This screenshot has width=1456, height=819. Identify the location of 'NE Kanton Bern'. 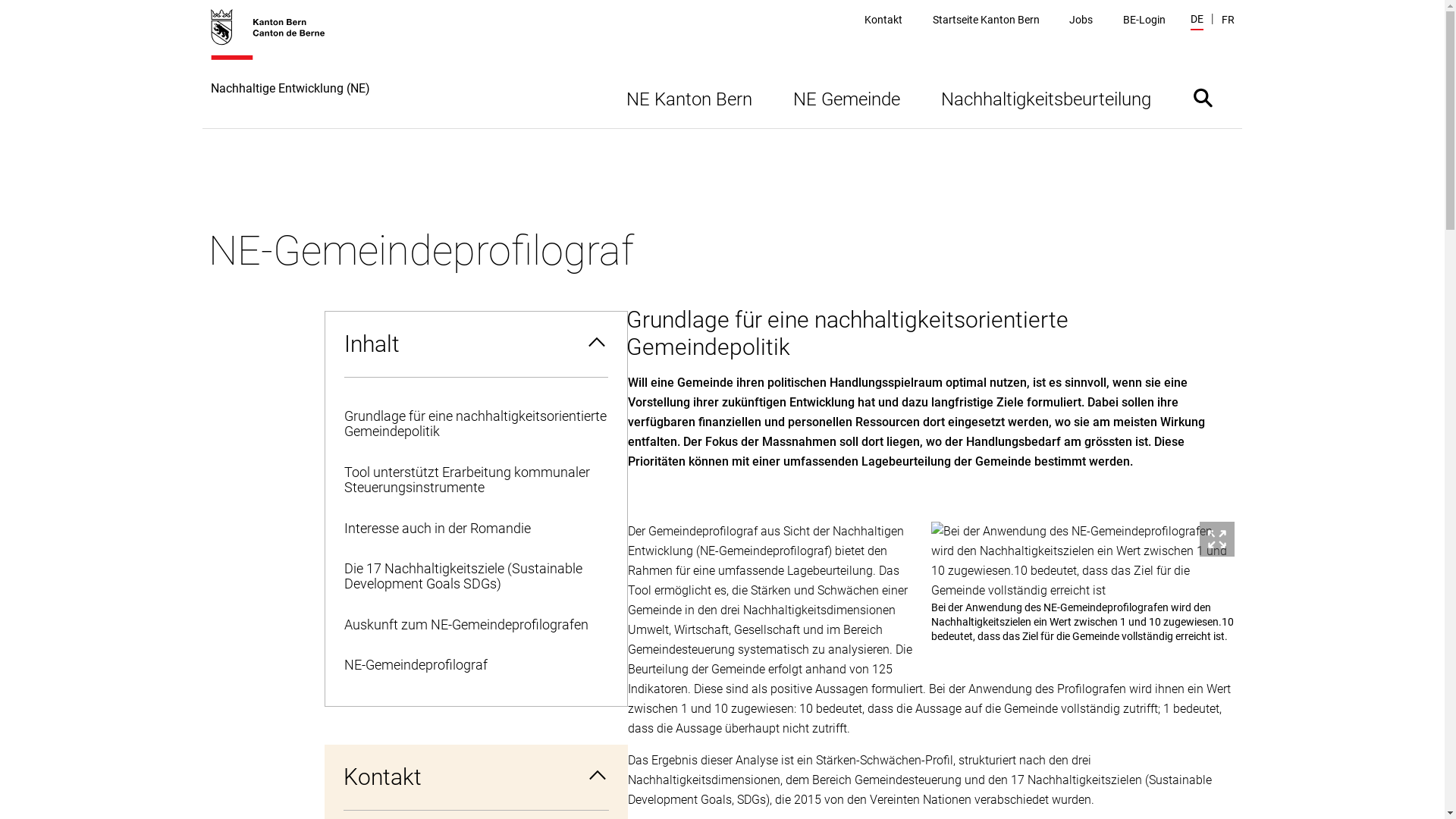
(687, 97).